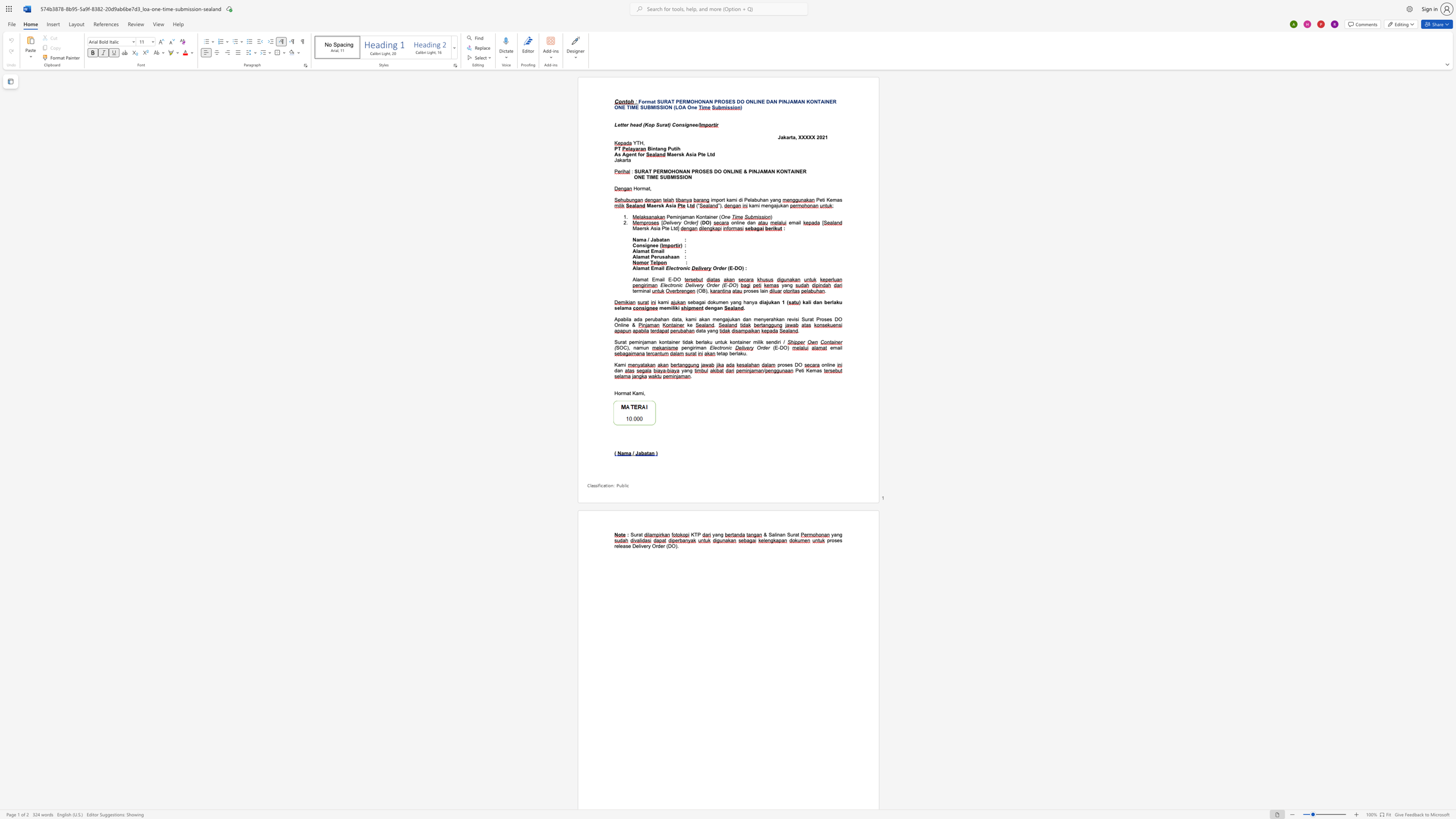 This screenshot has width=1456, height=819. Describe the element at coordinates (689, 216) in the screenshot. I see `the subset text "an Kon" within the text "Peminjaman Kontainer"` at that location.